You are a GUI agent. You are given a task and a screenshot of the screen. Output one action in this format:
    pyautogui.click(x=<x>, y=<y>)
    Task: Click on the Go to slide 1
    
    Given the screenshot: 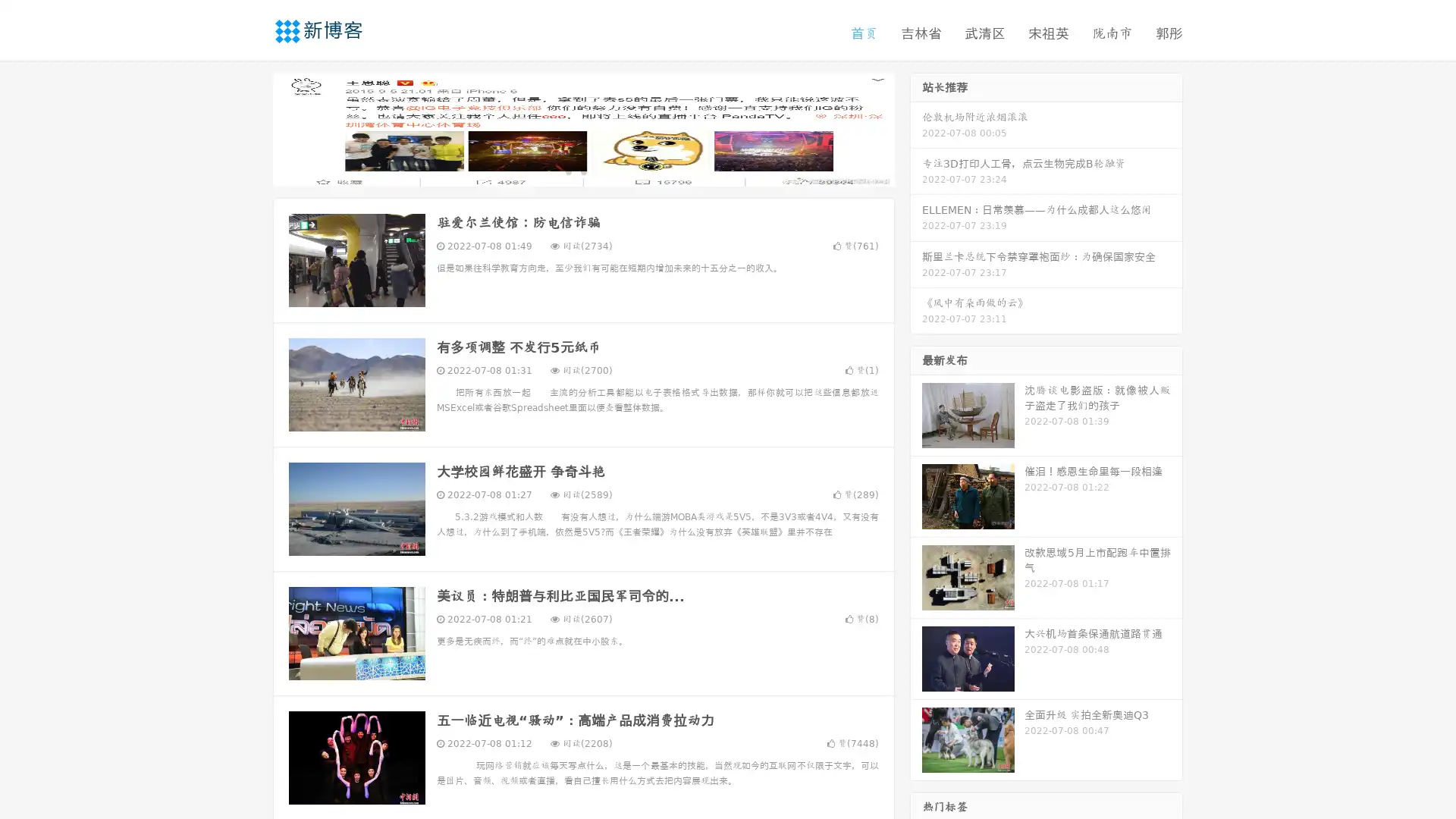 What is the action you would take?
    pyautogui.click(x=567, y=171)
    